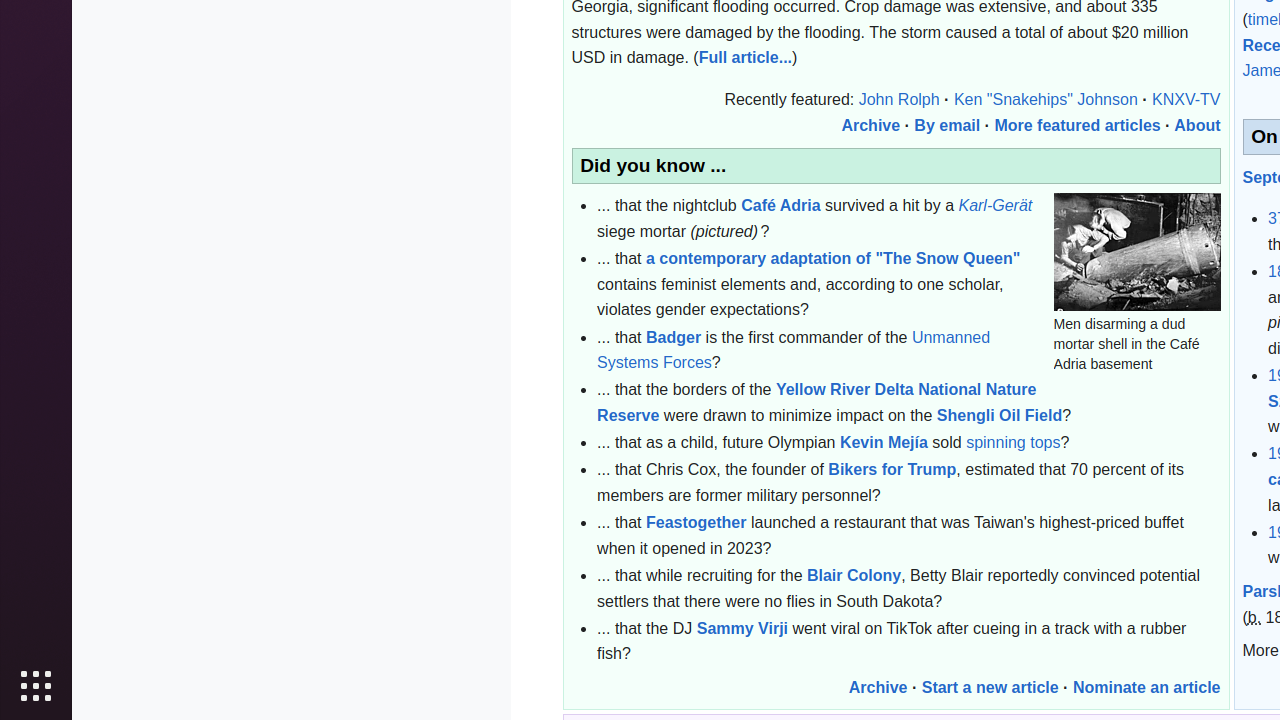 This screenshot has height=720, width=1280. Describe the element at coordinates (854, 574) in the screenshot. I see `'Blair Colony'` at that location.